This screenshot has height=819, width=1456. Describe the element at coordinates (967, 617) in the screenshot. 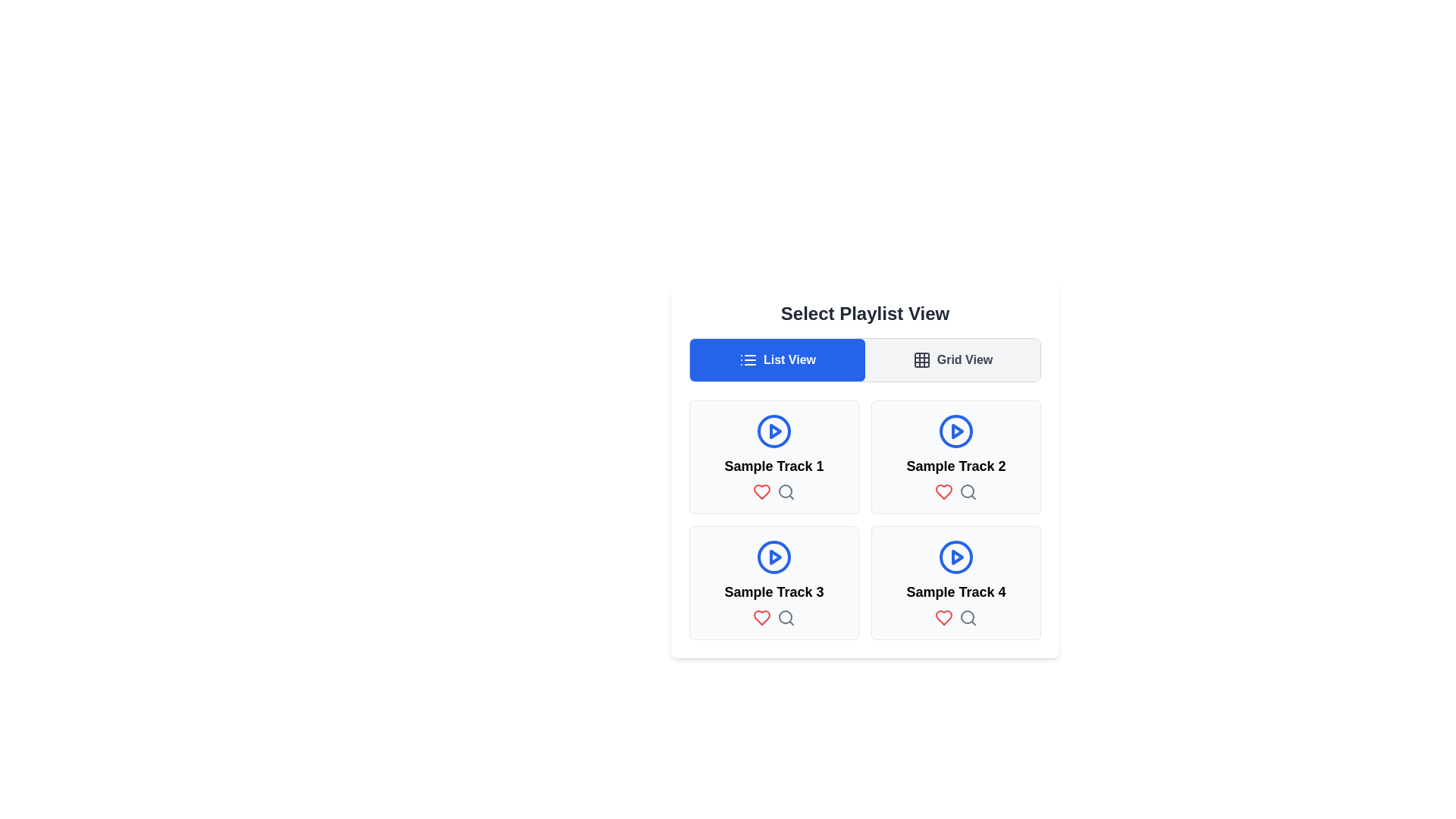

I see `the search or zoom-in icon located to the right of the heart-shaped icon in the card labeled 'Sample Track 4'` at that location.